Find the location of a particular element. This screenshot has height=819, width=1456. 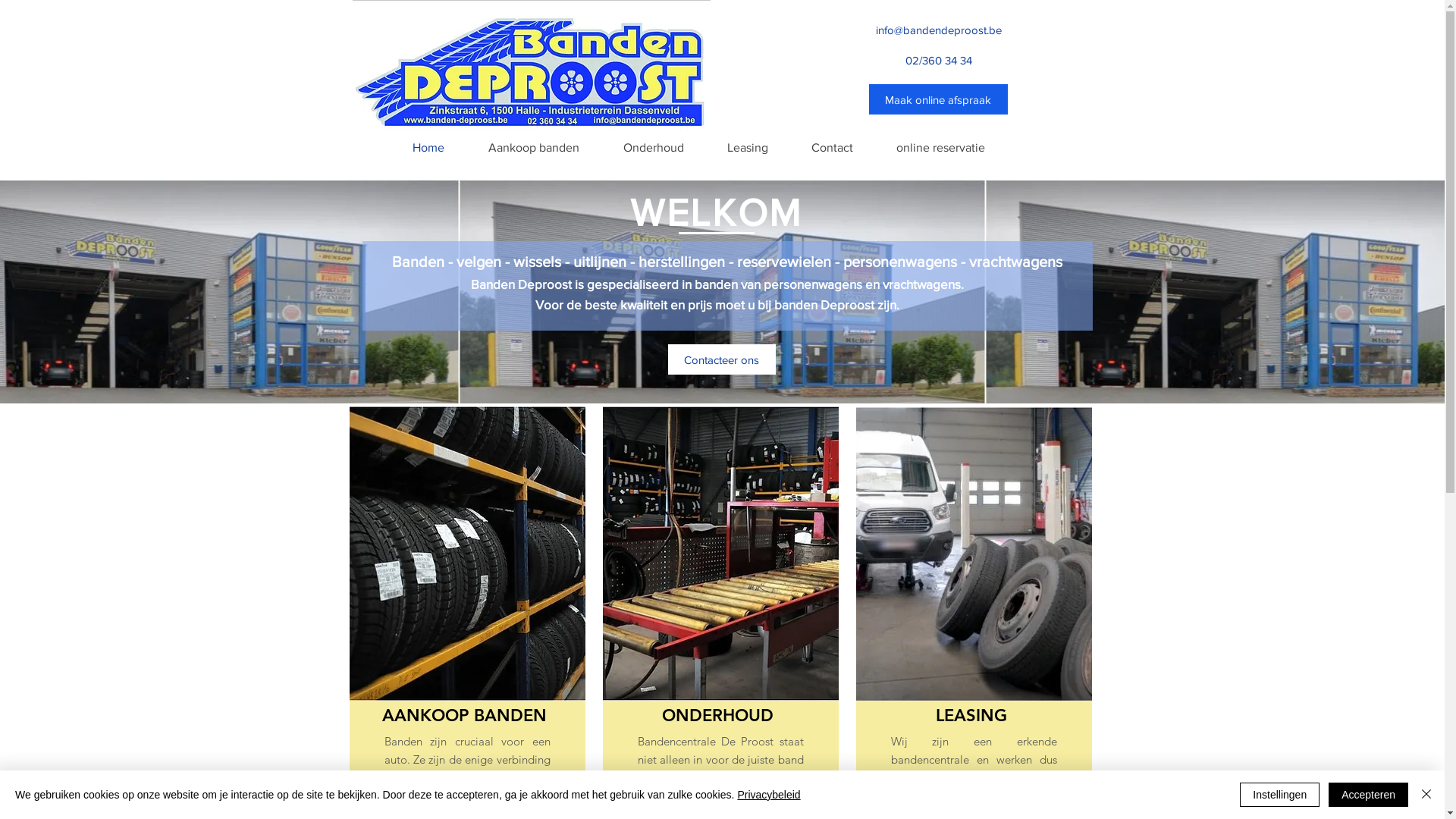

'Contacteer ons' is located at coordinates (720, 359).